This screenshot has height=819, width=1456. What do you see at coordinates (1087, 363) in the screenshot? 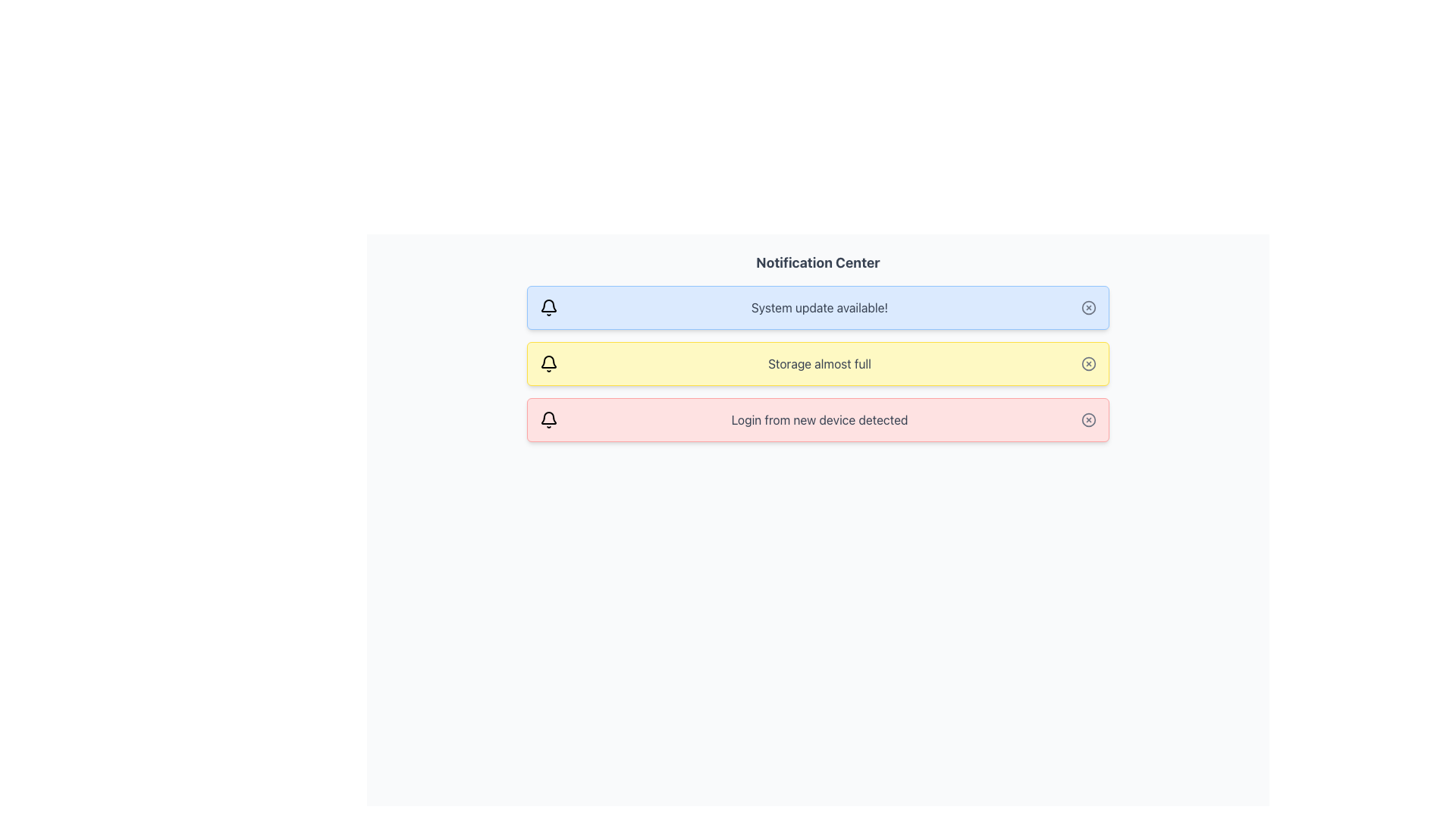
I see `the dismiss button on the right side of the 'Storage almost full' notification in the Notification Center` at bounding box center [1087, 363].